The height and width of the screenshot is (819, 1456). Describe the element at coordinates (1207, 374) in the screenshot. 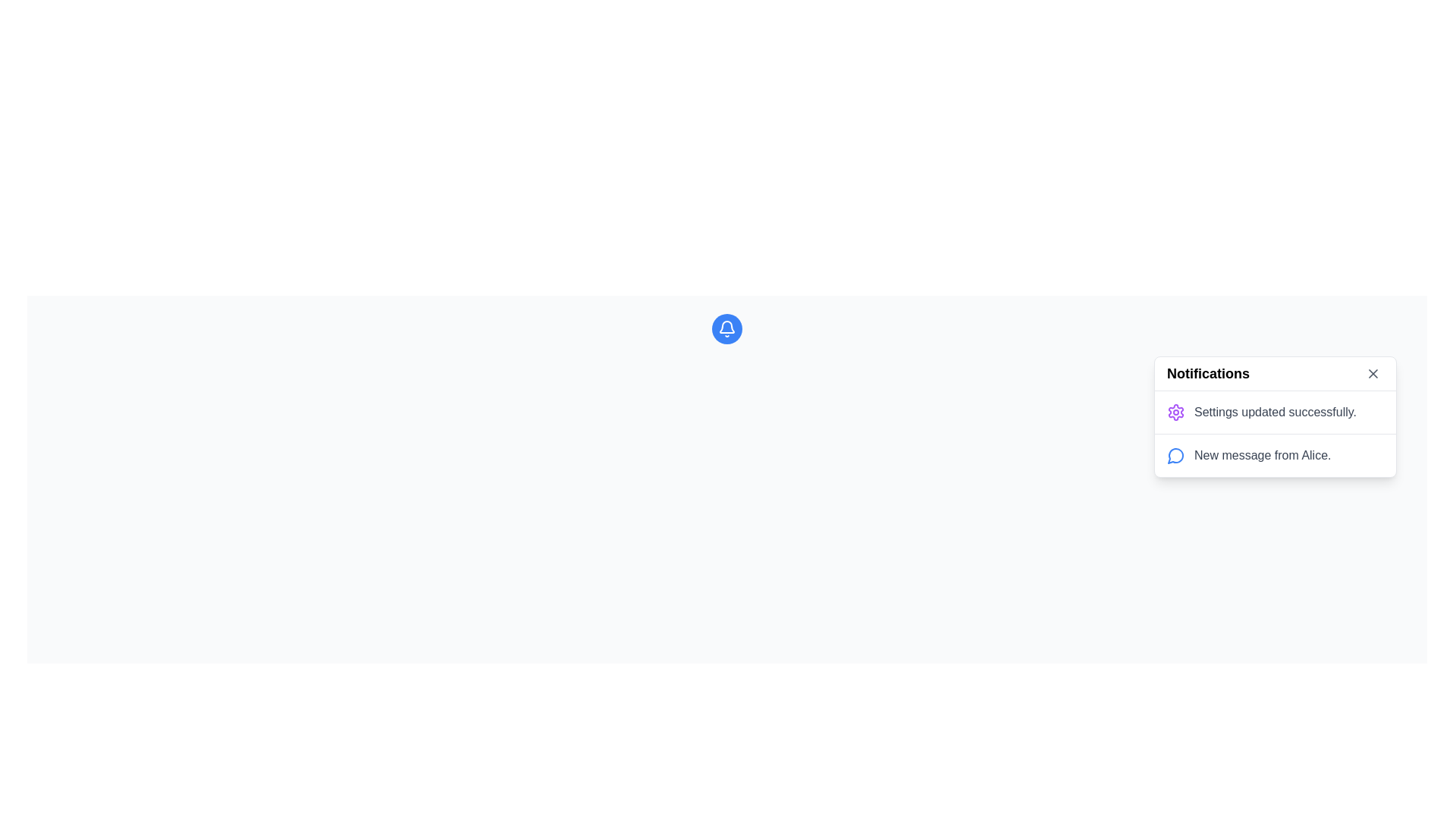

I see `the bold 'Notifications' header text located in the top-left corner of the notification panel` at that location.